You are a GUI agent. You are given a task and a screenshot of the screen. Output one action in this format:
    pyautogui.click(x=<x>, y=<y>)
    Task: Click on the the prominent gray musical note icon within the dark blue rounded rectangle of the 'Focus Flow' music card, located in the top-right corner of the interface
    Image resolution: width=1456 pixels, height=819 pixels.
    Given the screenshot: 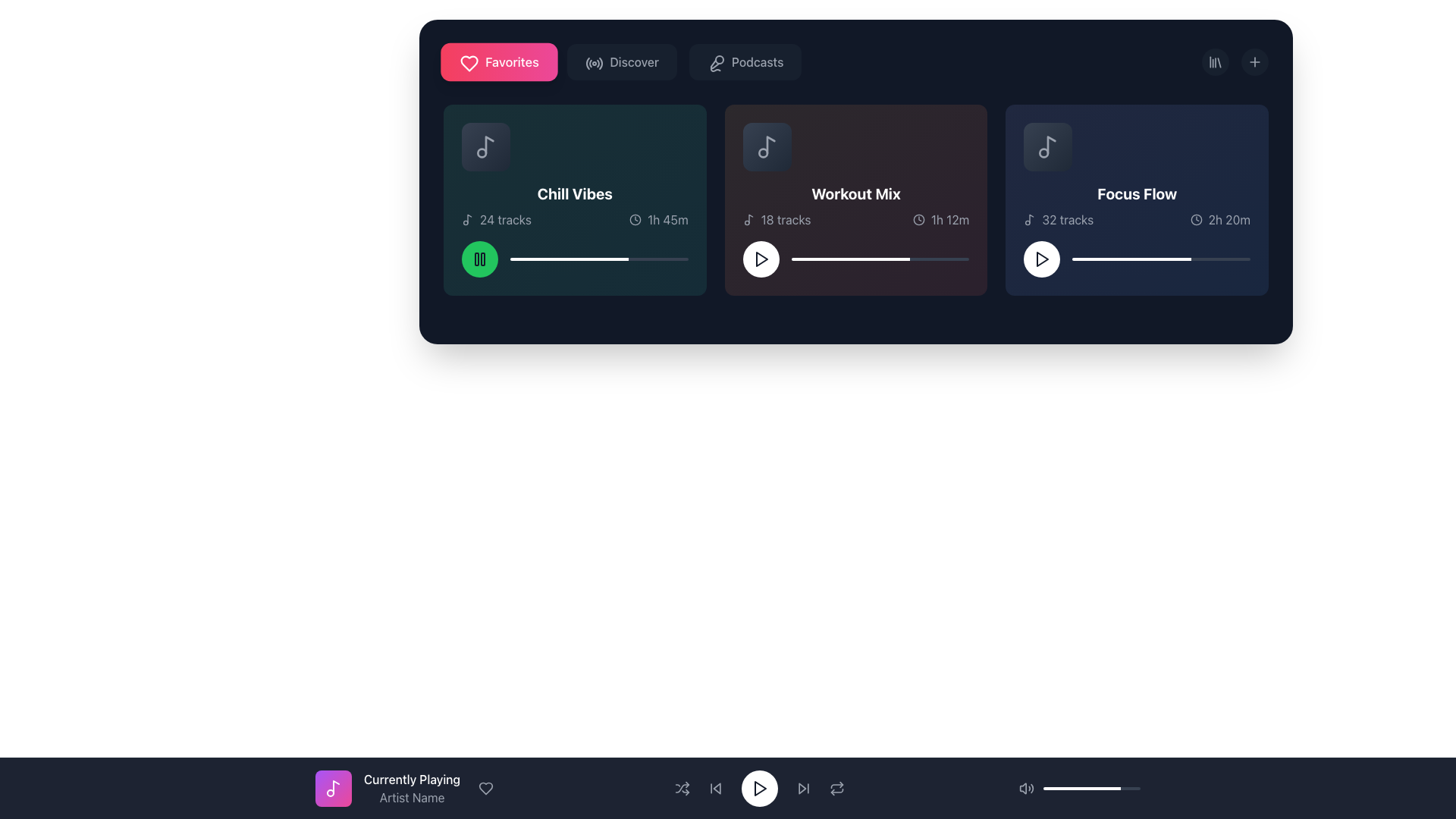 What is the action you would take?
    pyautogui.click(x=1047, y=146)
    